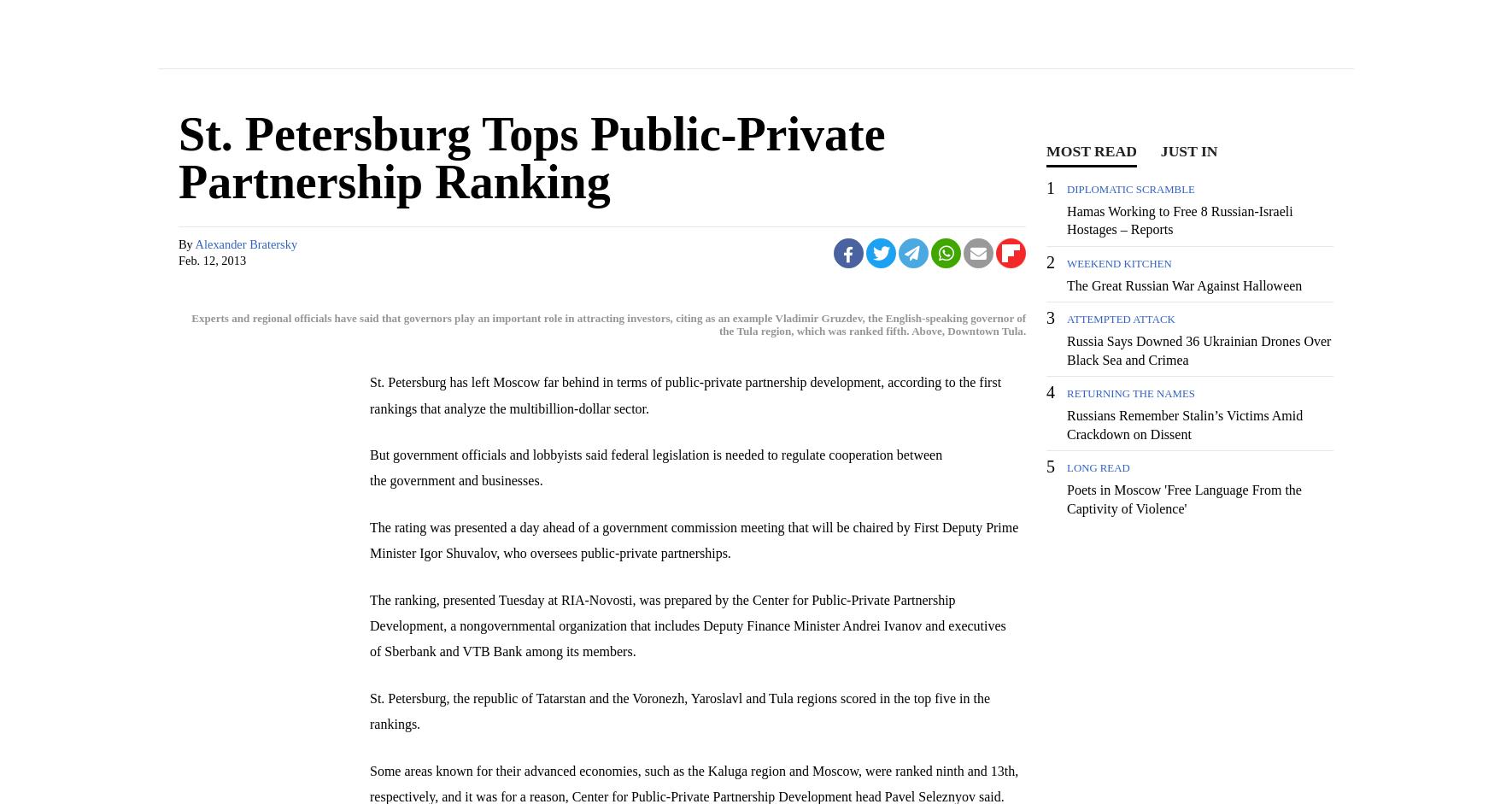 This screenshot has width=1512, height=804. I want to click on 'Some areas known for their advanced economies, such as the Kaluga region and Moscow, were ranked ninth and 13th, respectively, and it was for a reason, Center for Public-Private Partnership Development head Pavel Seleznyov said.', so click(694, 783).